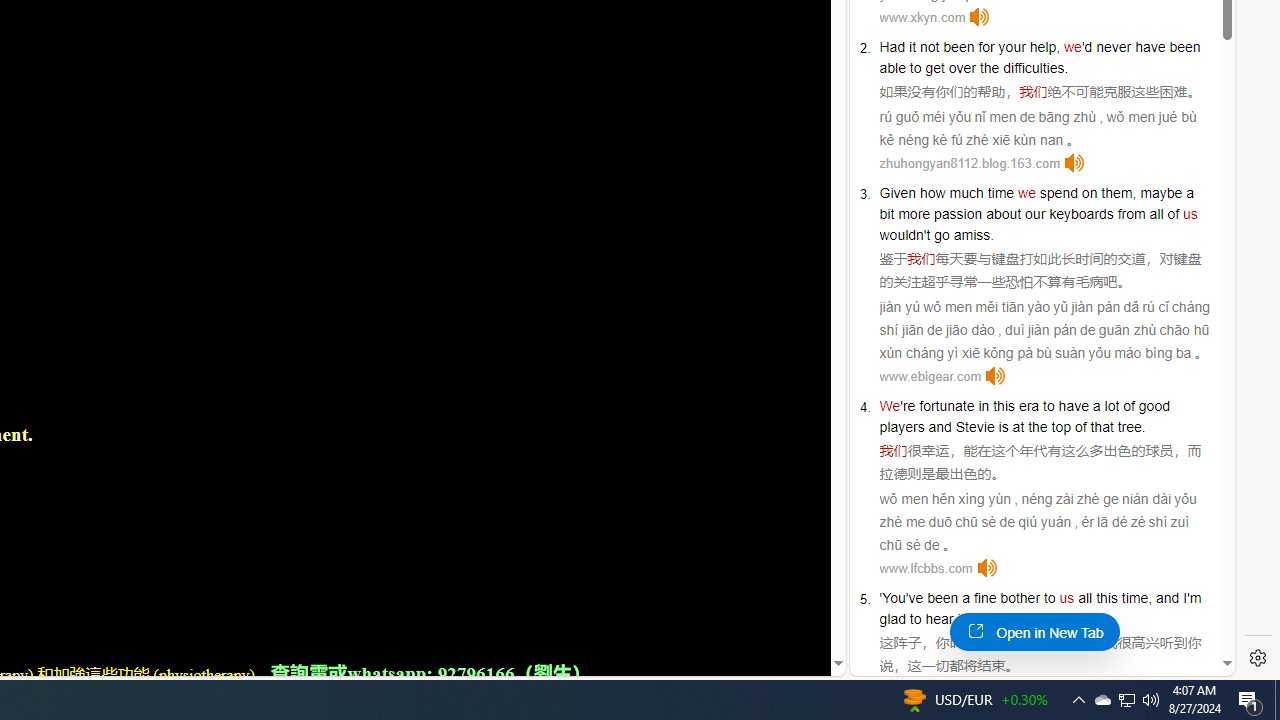 The width and height of the screenshot is (1280, 720). What do you see at coordinates (1131, 213) in the screenshot?
I see `'from'` at bounding box center [1131, 213].